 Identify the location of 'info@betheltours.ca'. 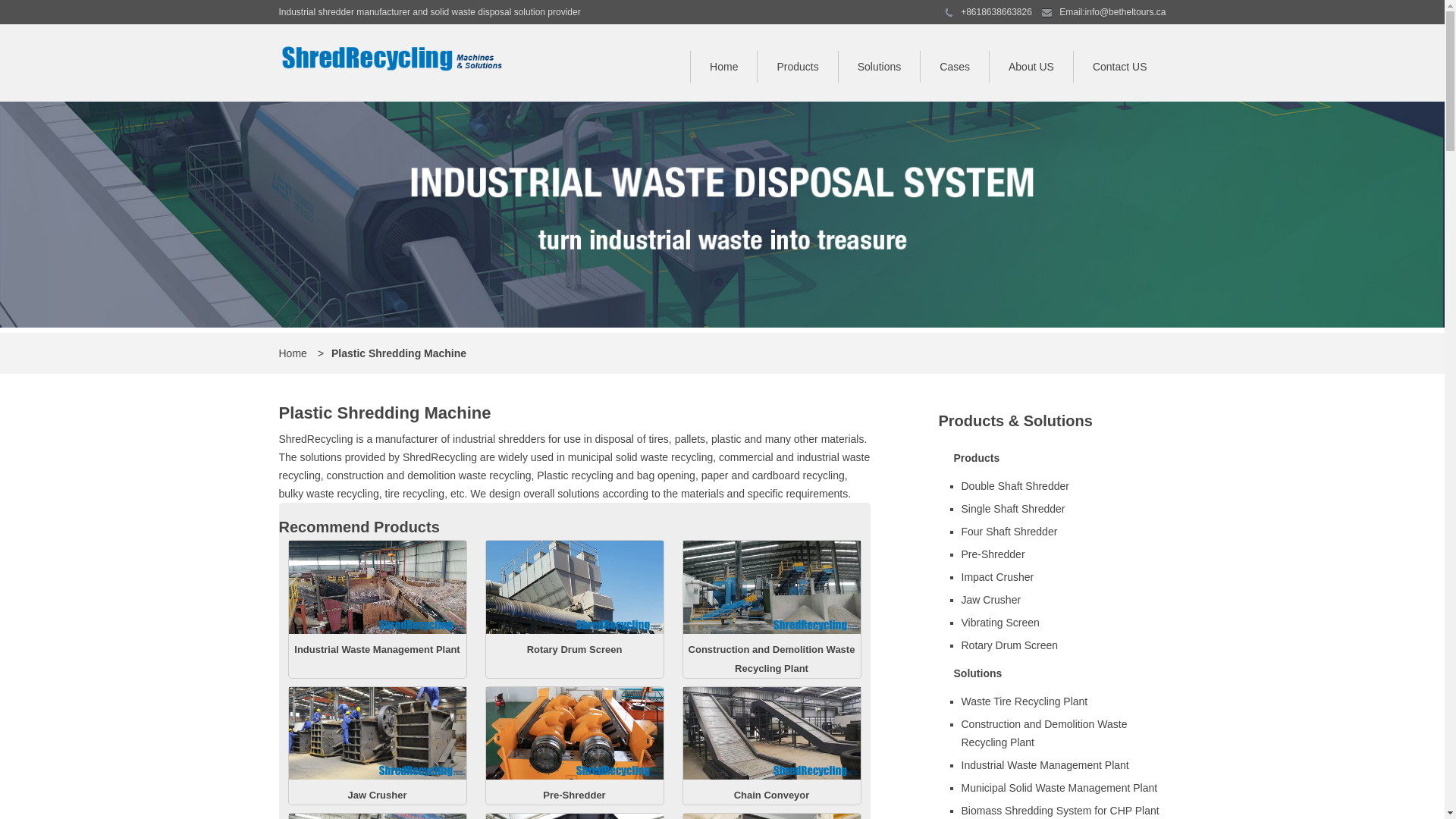
(1125, 11).